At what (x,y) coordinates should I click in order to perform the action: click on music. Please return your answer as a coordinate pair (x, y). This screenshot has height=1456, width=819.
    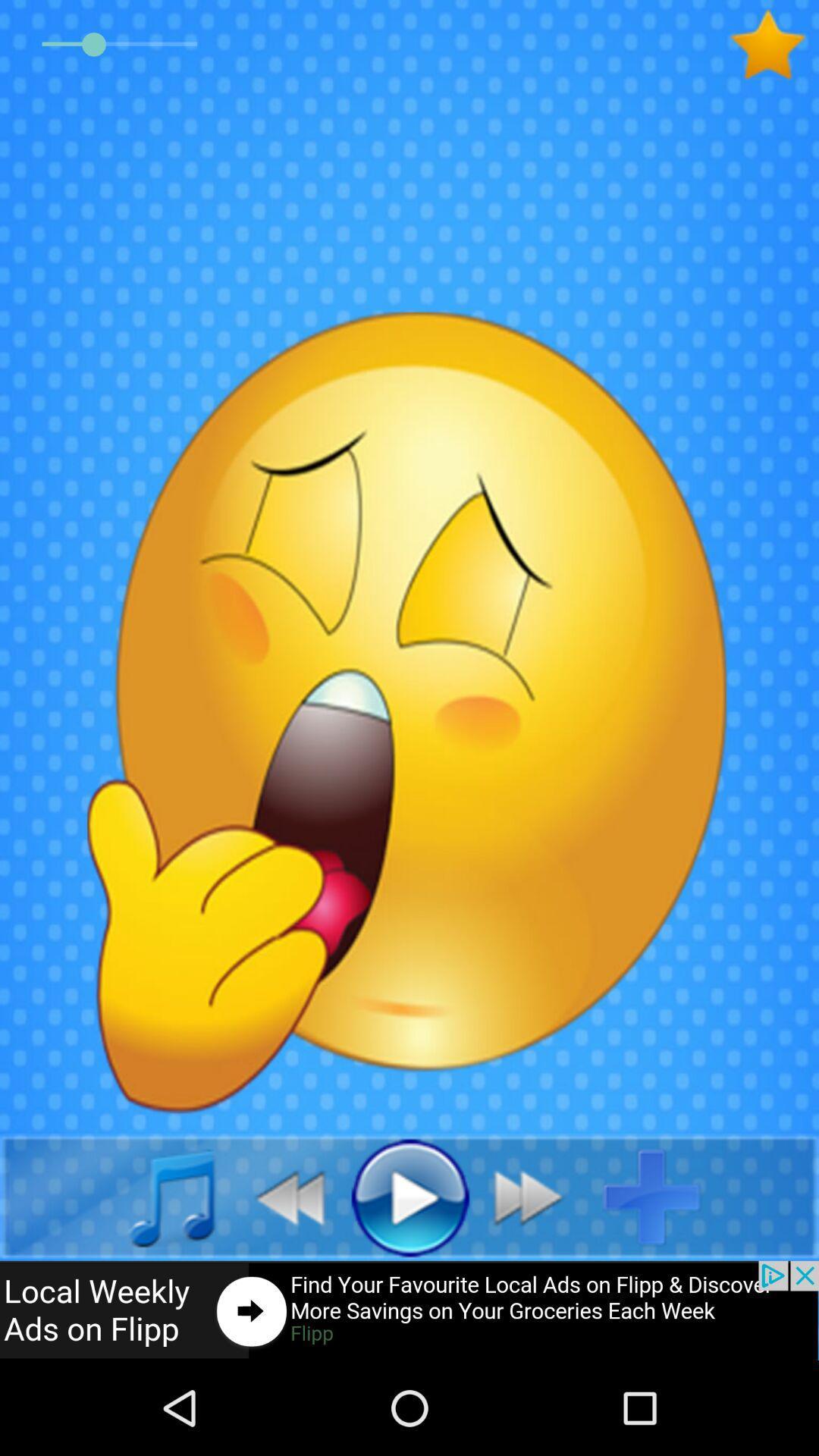
    Looking at the image, I should click on (155, 1196).